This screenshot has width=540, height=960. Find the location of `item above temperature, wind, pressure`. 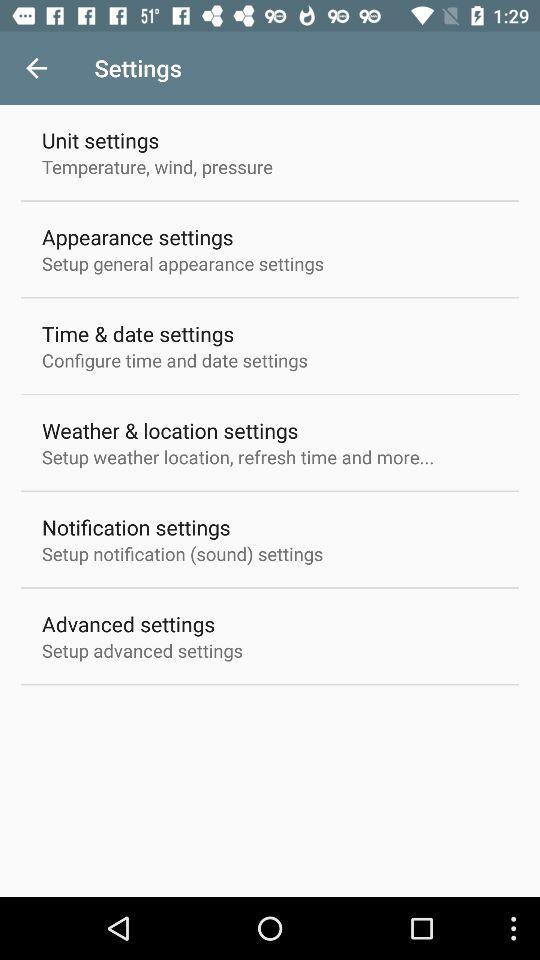

item above temperature, wind, pressure is located at coordinates (99, 139).